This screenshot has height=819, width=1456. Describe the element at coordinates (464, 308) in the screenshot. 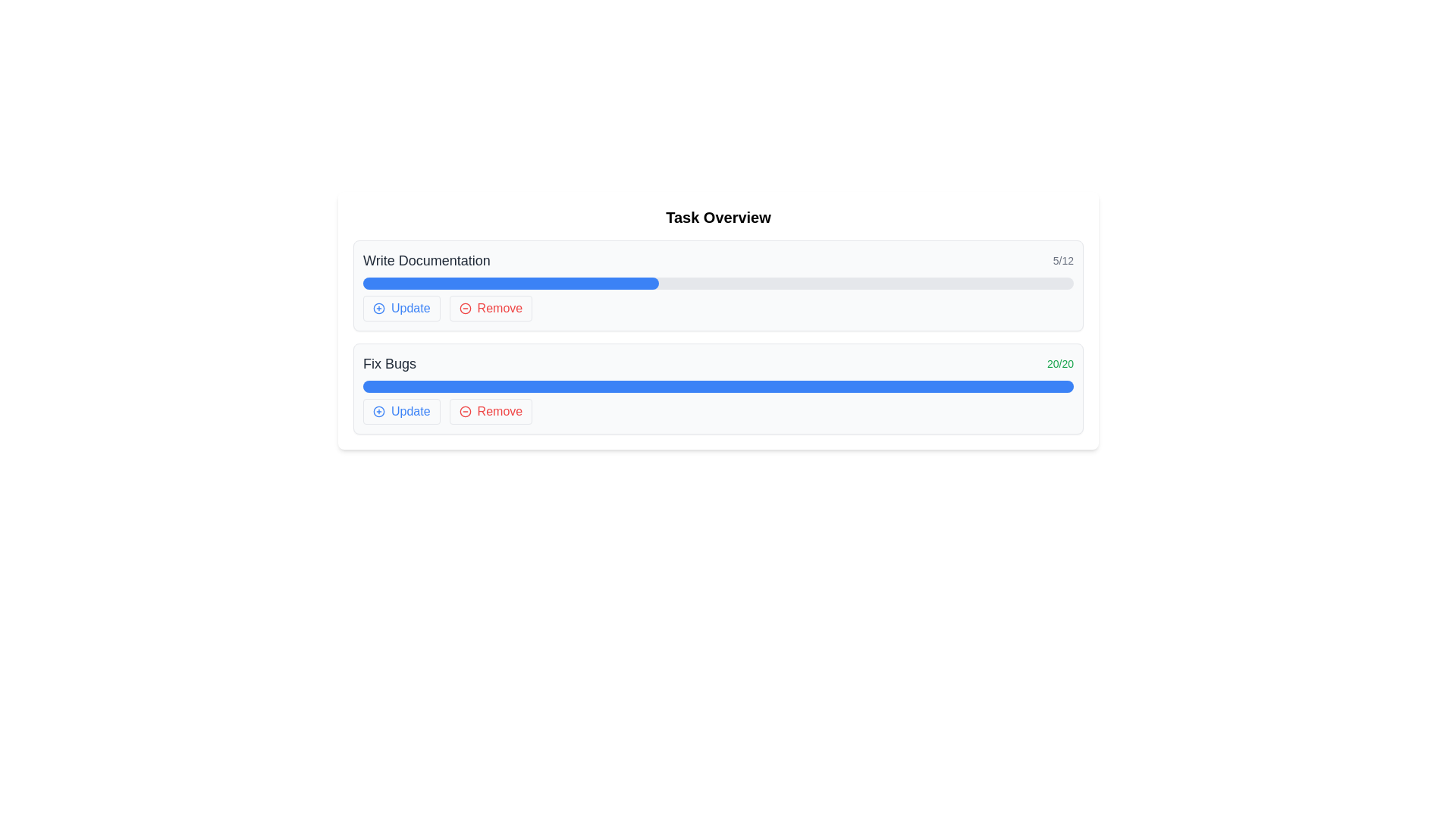

I see `the circular outline icon that represents the function of removing or subtracting, located to the left of the 'Remove' button label in the 'Write Documentation' section` at that location.